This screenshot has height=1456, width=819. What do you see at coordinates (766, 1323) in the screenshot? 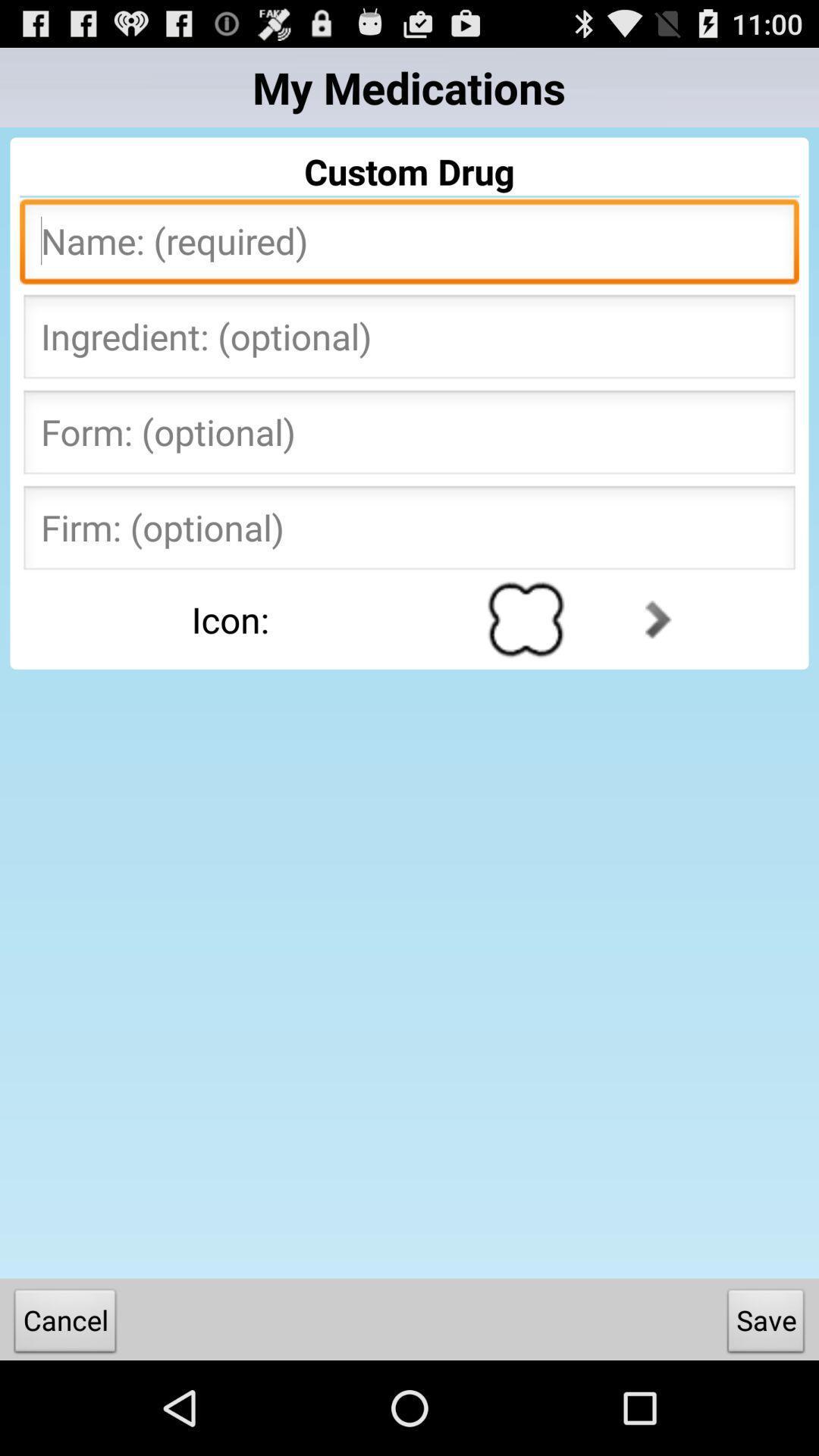
I see `item next to the cancel item` at bounding box center [766, 1323].